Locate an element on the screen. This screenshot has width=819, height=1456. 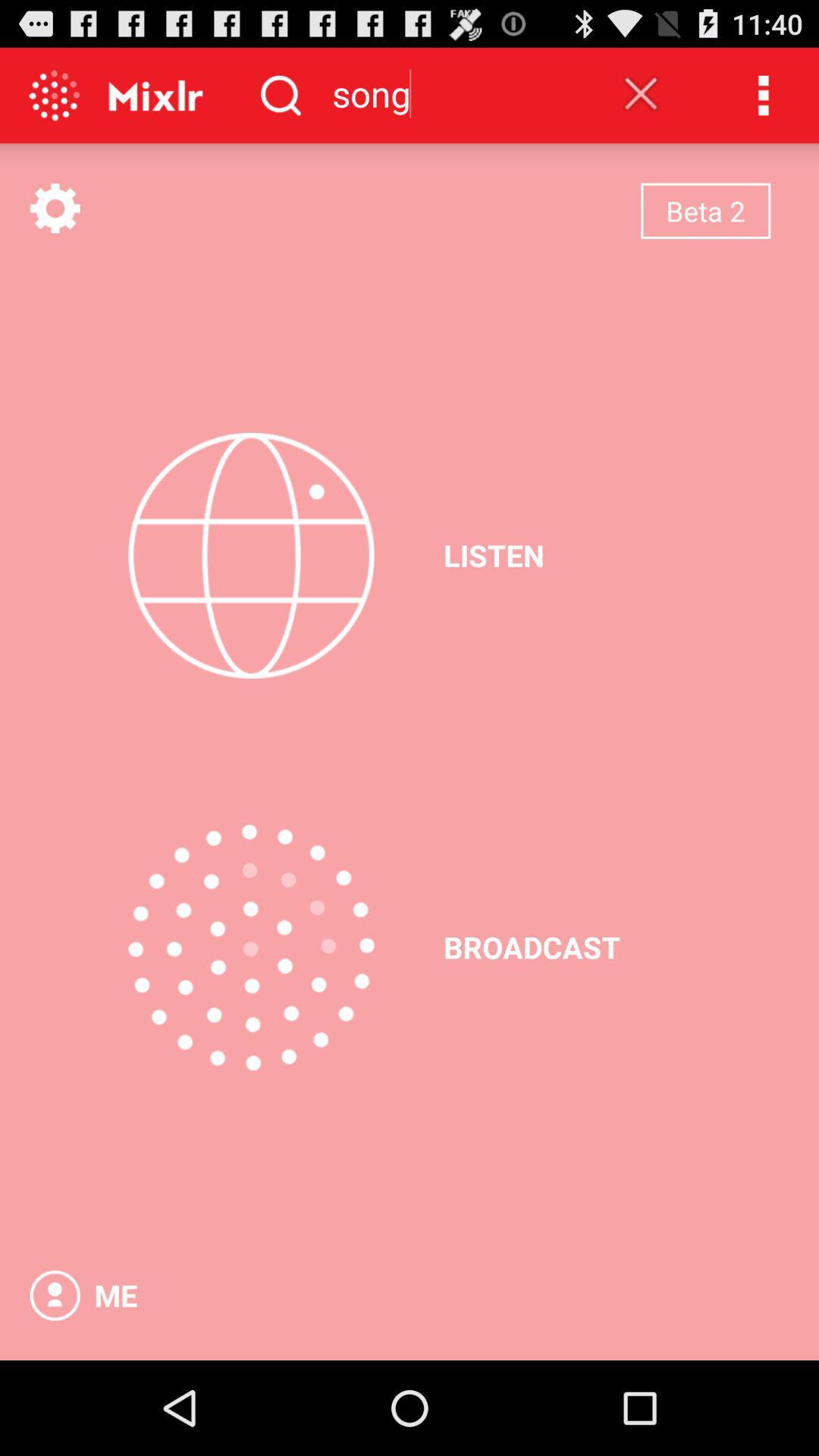
the icon next to listen icon is located at coordinates (250, 554).